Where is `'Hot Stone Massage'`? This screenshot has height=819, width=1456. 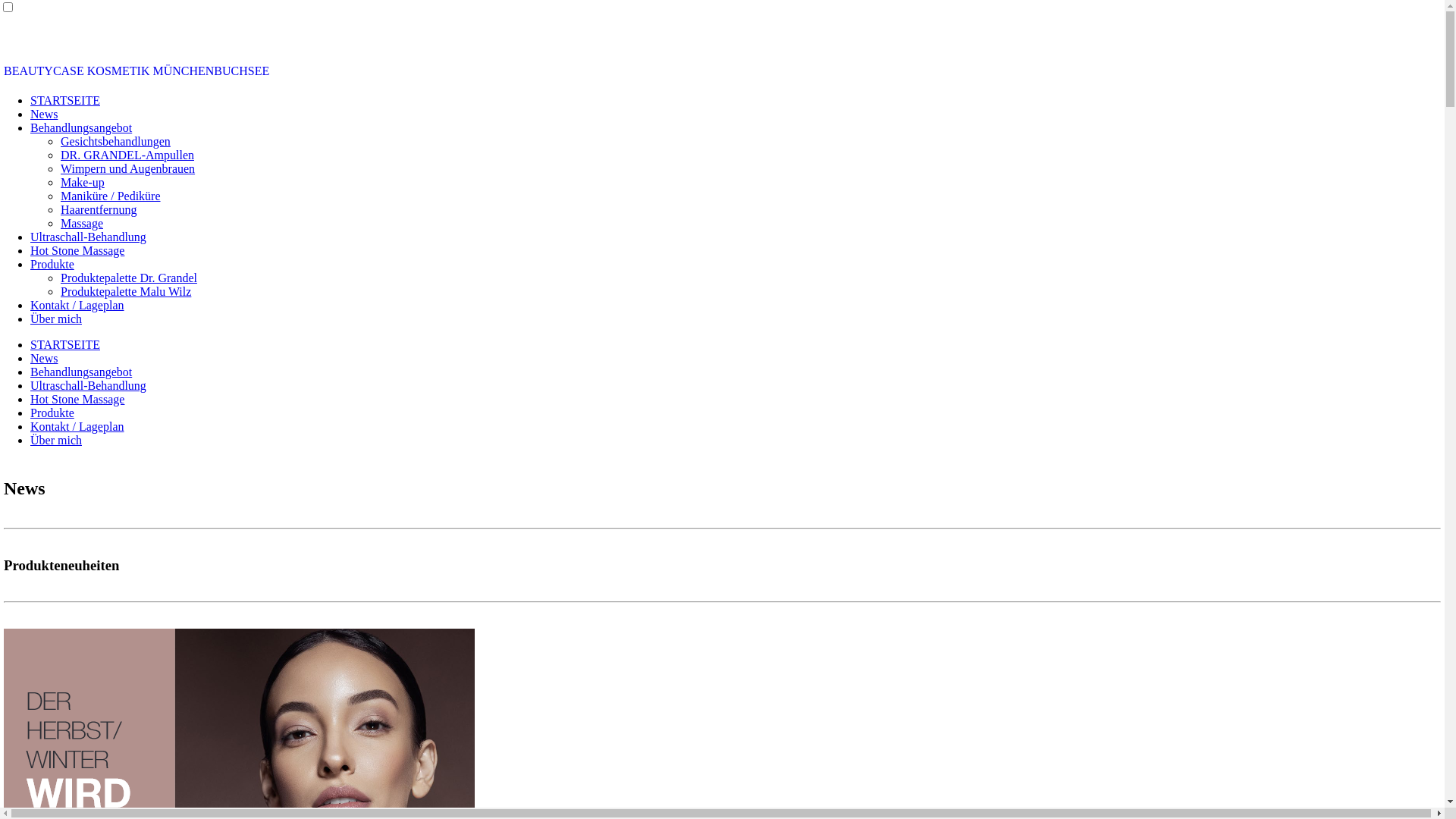
'Hot Stone Massage' is located at coordinates (76, 249).